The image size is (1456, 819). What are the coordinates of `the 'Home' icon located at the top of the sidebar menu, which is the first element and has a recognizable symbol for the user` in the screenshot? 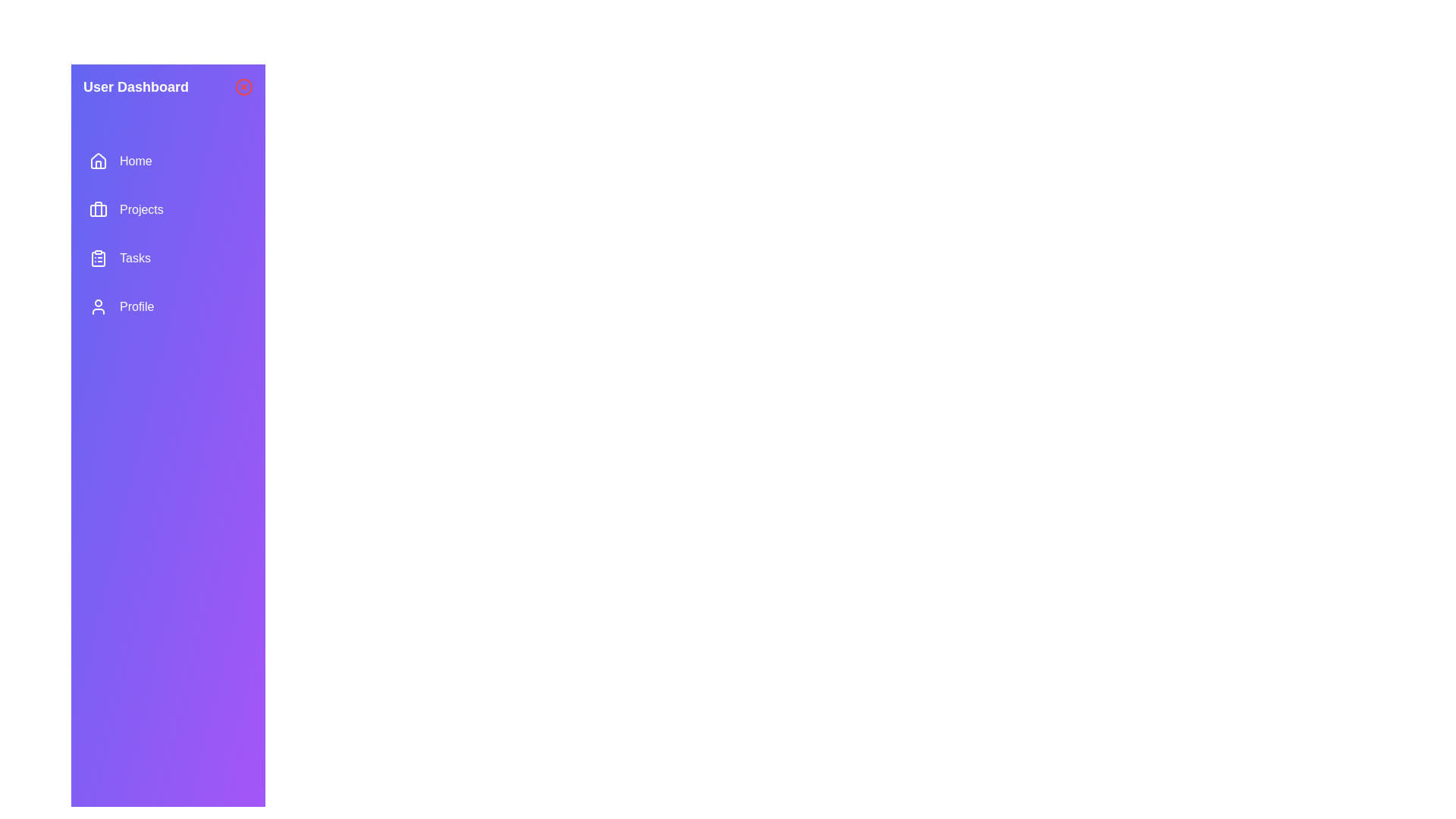 It's located at (97, 161).